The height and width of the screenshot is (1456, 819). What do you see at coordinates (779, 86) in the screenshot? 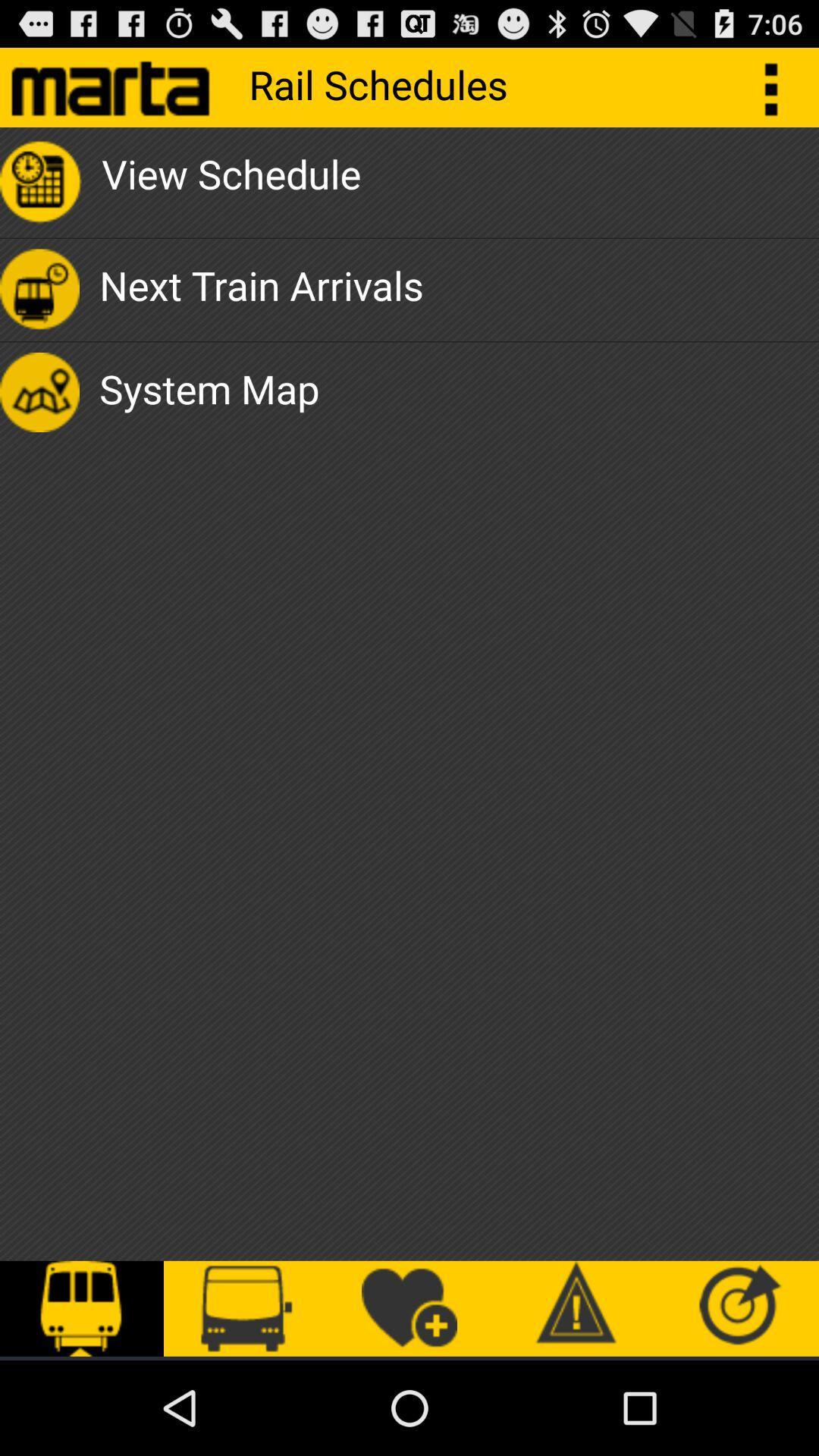
I see `item next to view schedule icon` at bounding box center [779, 86].